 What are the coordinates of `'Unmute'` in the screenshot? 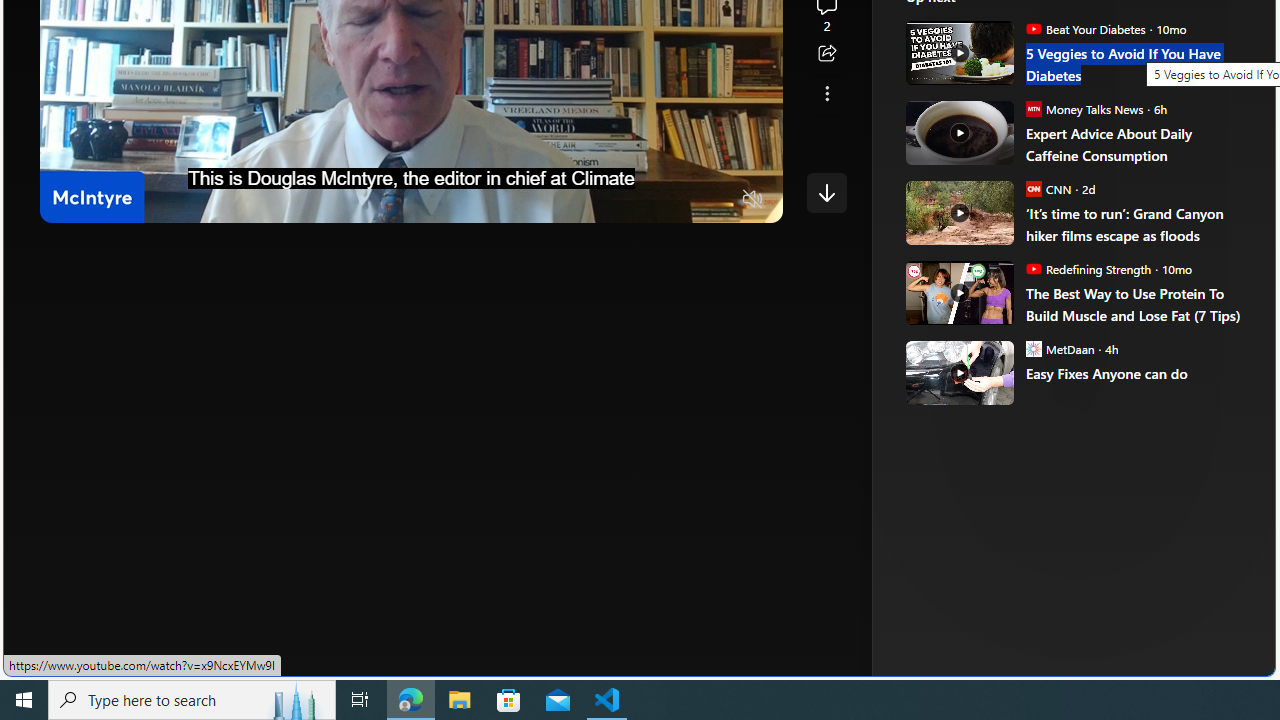 It's located at (752, 200).